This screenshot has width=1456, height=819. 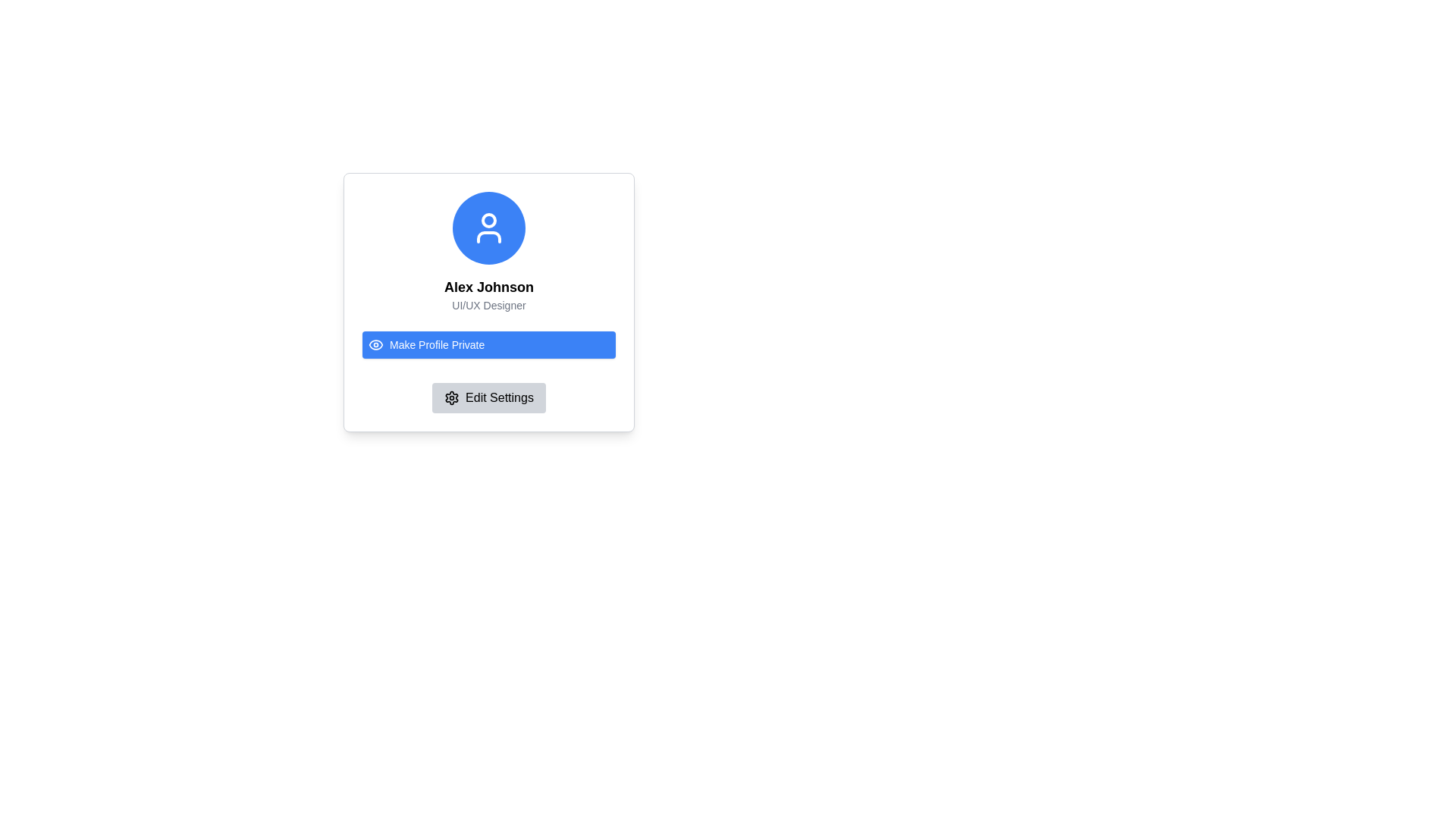 What do you see at coordinates (488, 227) in the screenshot?
I see `the user profile icon, which is visually represented as a circular icon located above the text 'Alex Johnson' in the profile card interface` at bounding box center [488, 227].